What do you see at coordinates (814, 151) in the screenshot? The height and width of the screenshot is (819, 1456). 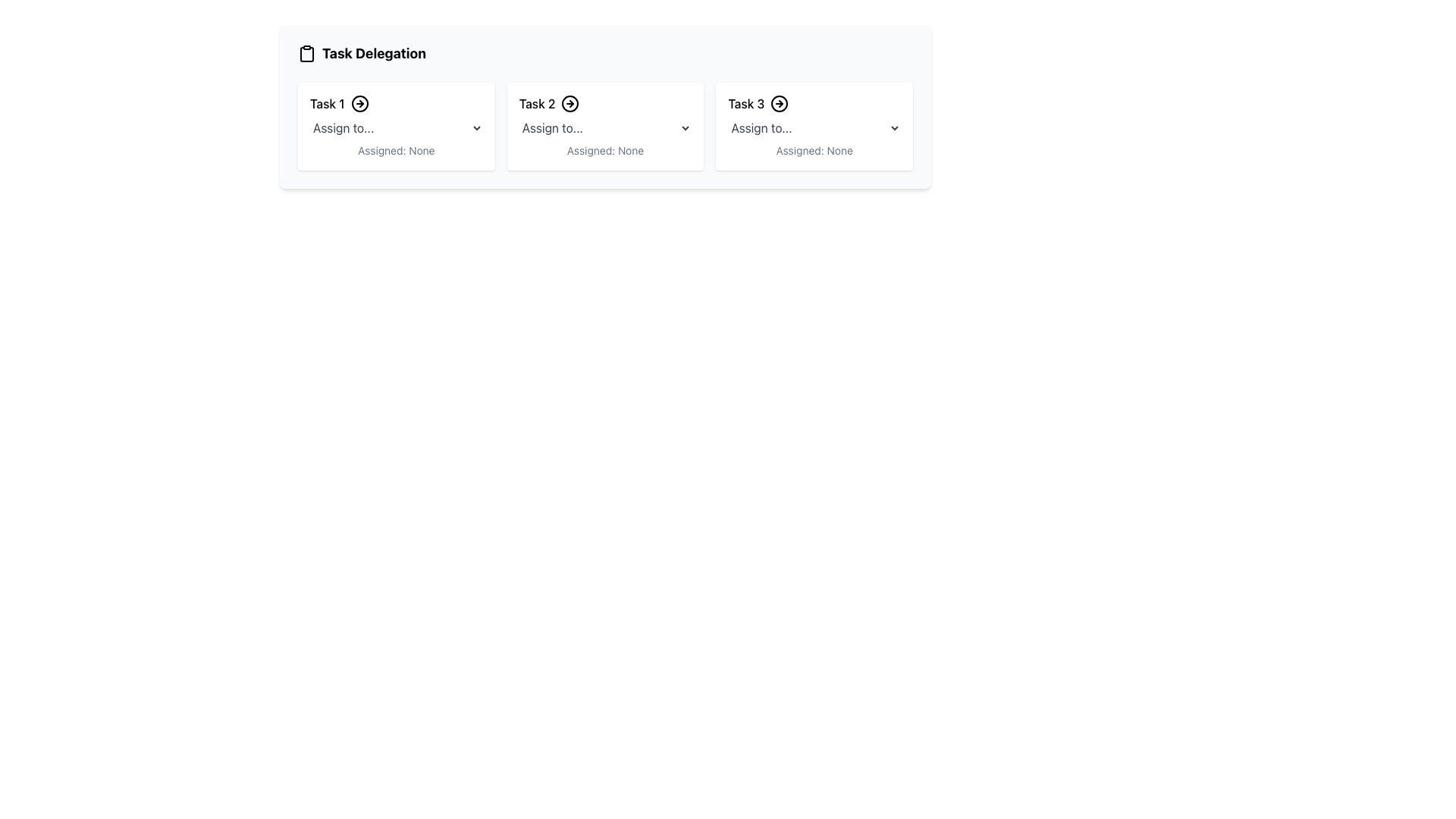 I see `the label indicating the current assignment status for 'Task 3', which shows 'None'` at bounding box center [814, 151].